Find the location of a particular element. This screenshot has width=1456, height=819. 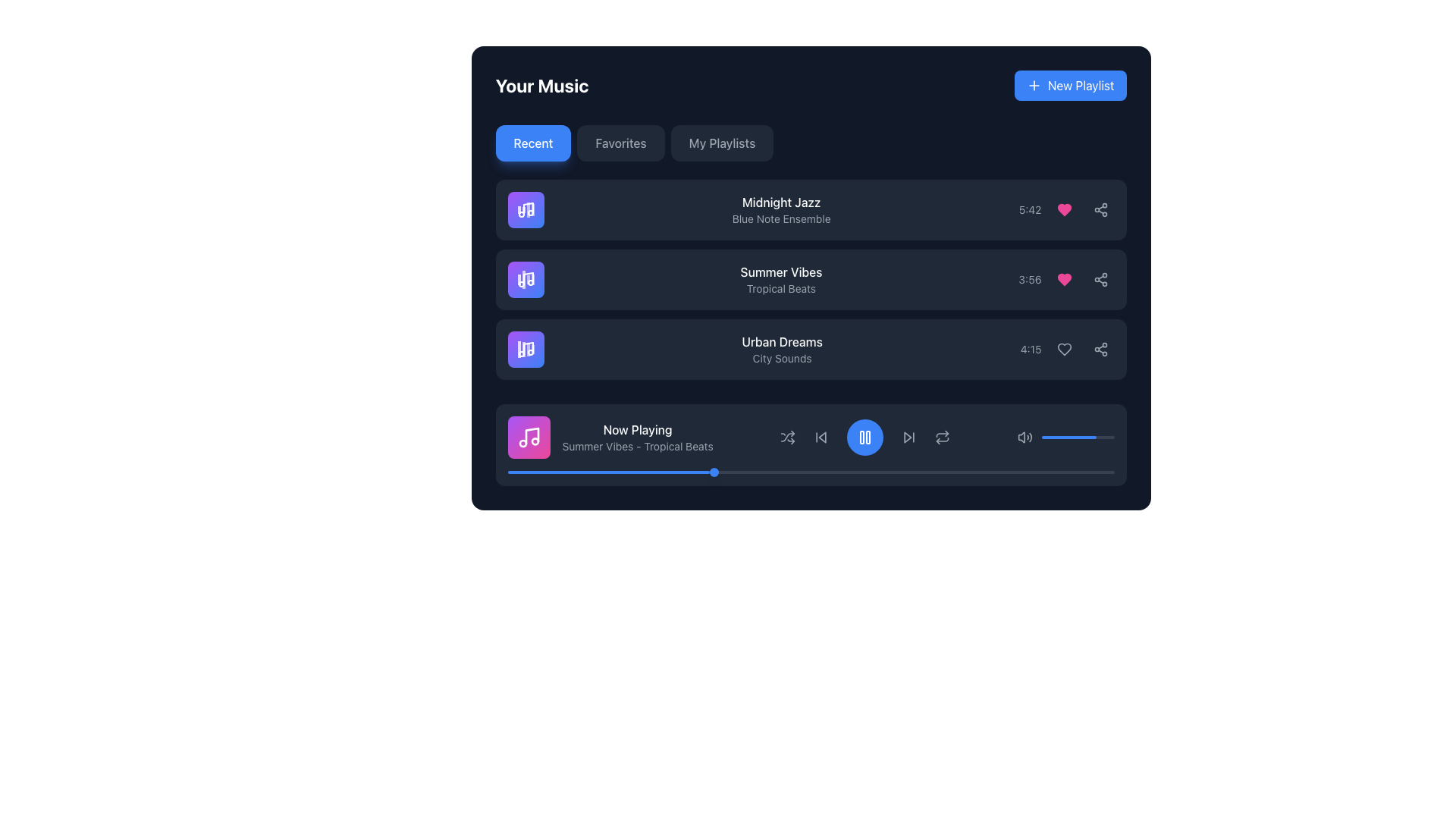

the pink heart icon button located in the control group at the far right end of the row labeled 'Midnight Jazz' is located at coordinates (1063, 210).